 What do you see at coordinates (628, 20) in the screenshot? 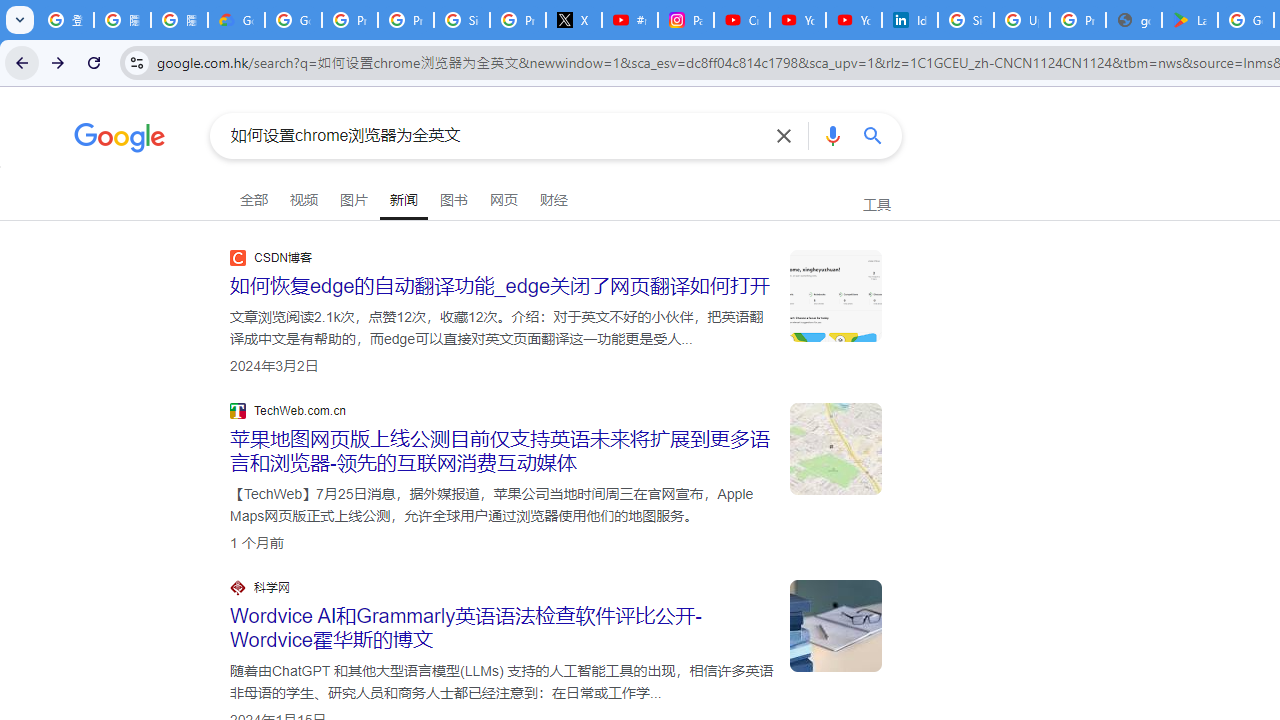
I see `'#nbabasketballhighlights - YouTube'` at bounding box center [628, 20].